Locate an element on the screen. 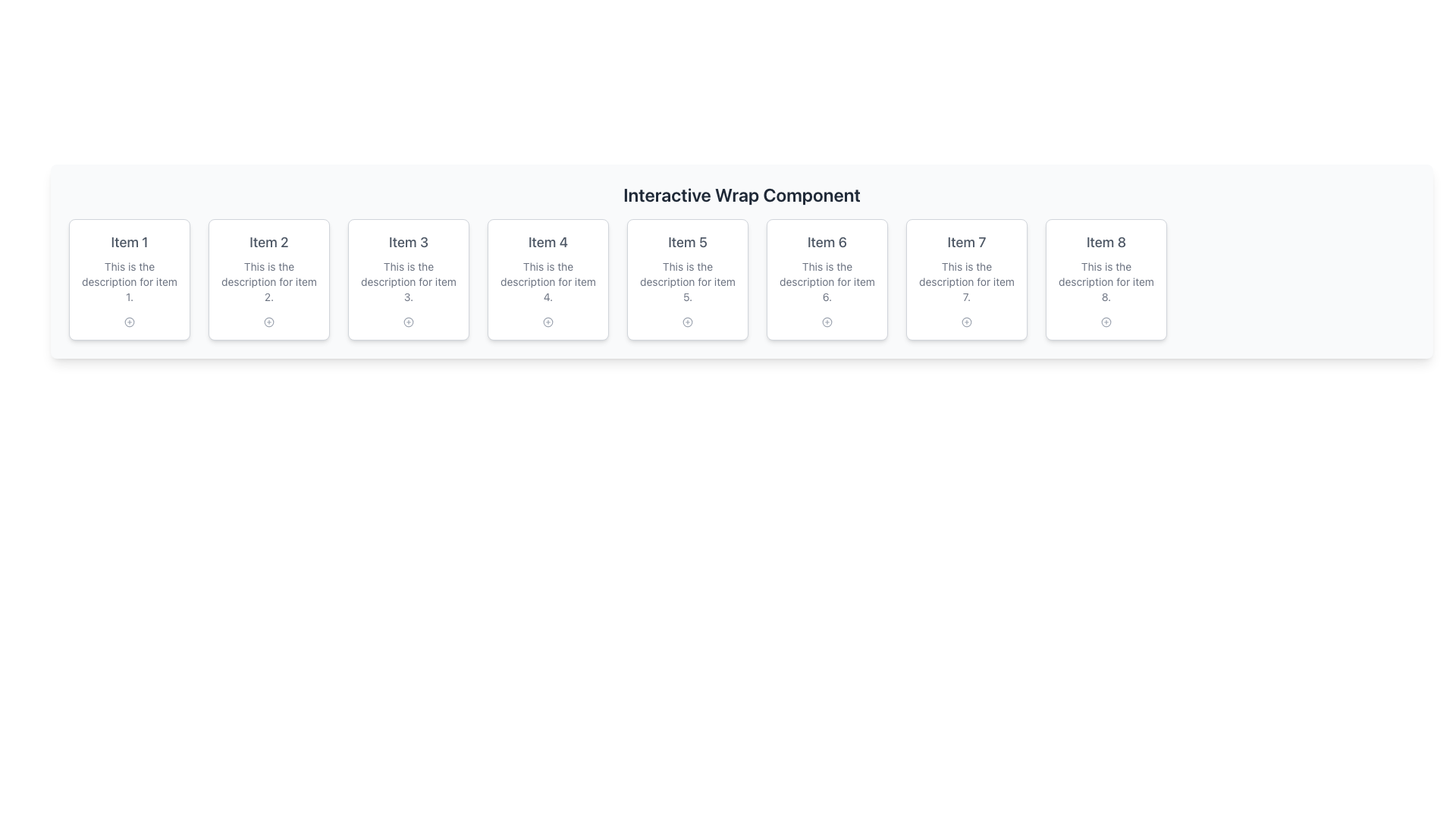  the text label reading 'This is the description for item 1.', which is styled in a small gray font and positioned below the title 'Item 1' within the first card is located at coordinates (130, 281).